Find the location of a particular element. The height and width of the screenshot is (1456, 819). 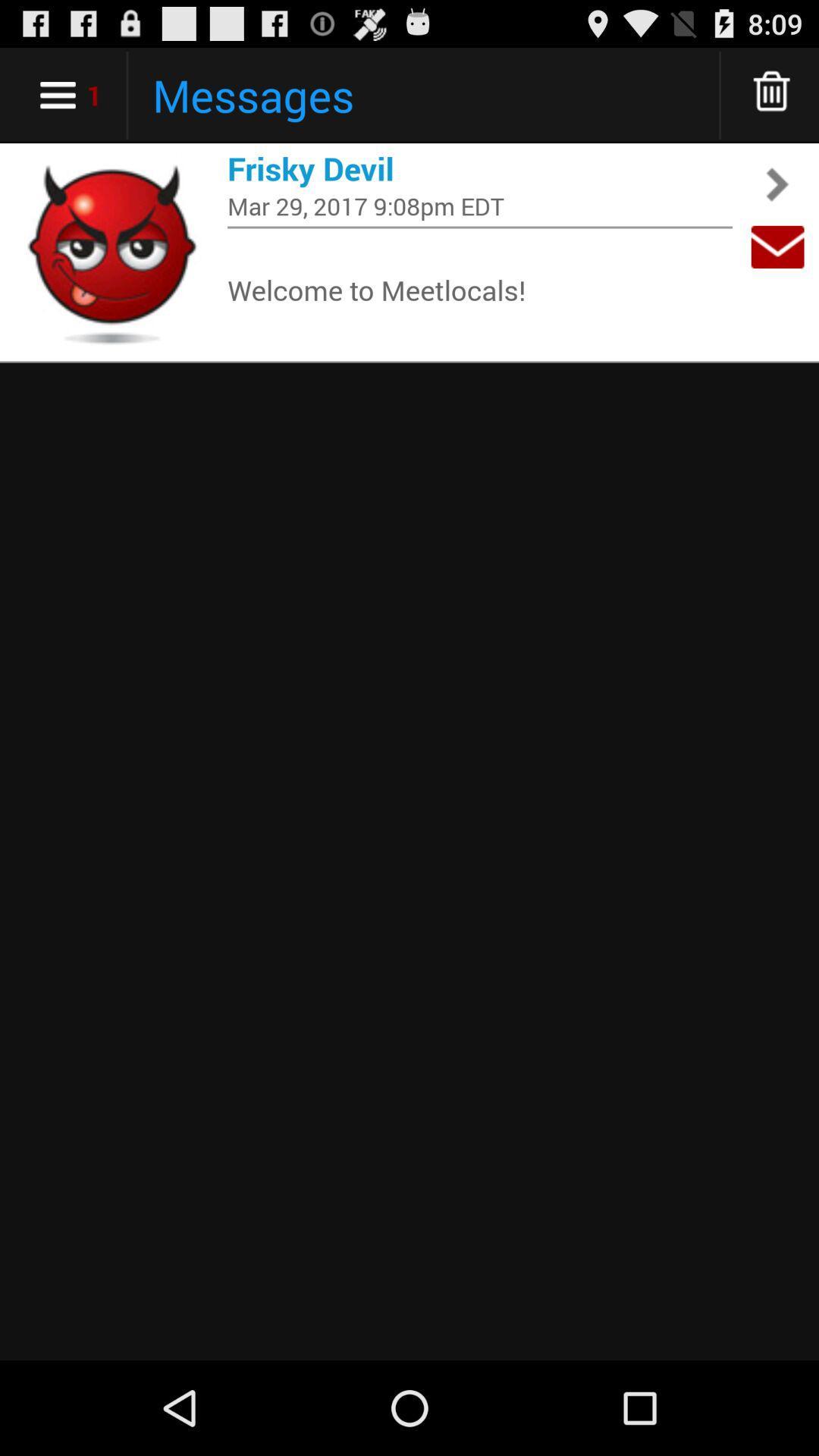

the app below the messages icon is located at coordinates (479, 168).